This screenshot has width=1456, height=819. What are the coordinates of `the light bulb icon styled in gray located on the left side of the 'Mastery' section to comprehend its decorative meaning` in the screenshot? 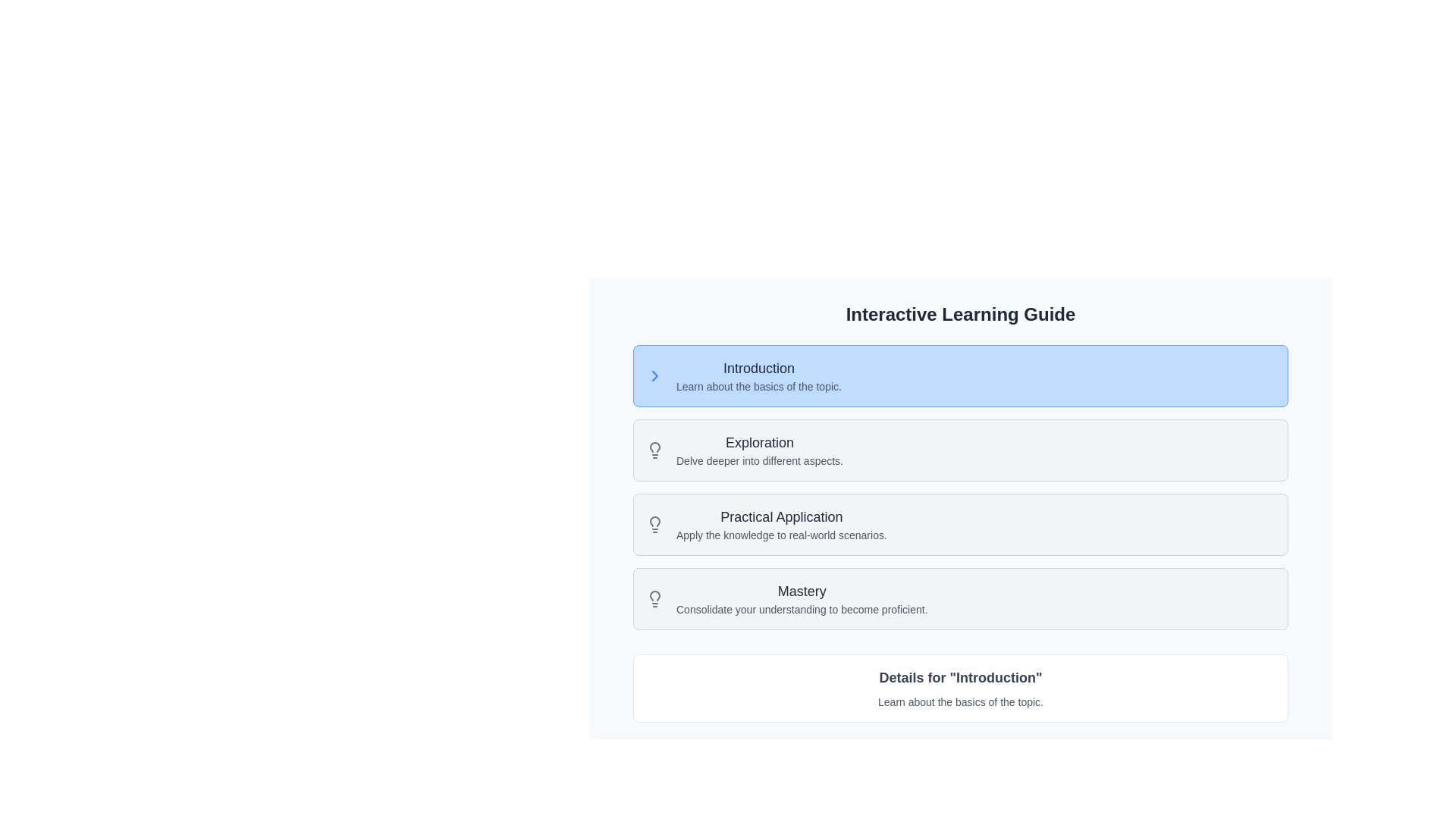 It's located at (655, 598).